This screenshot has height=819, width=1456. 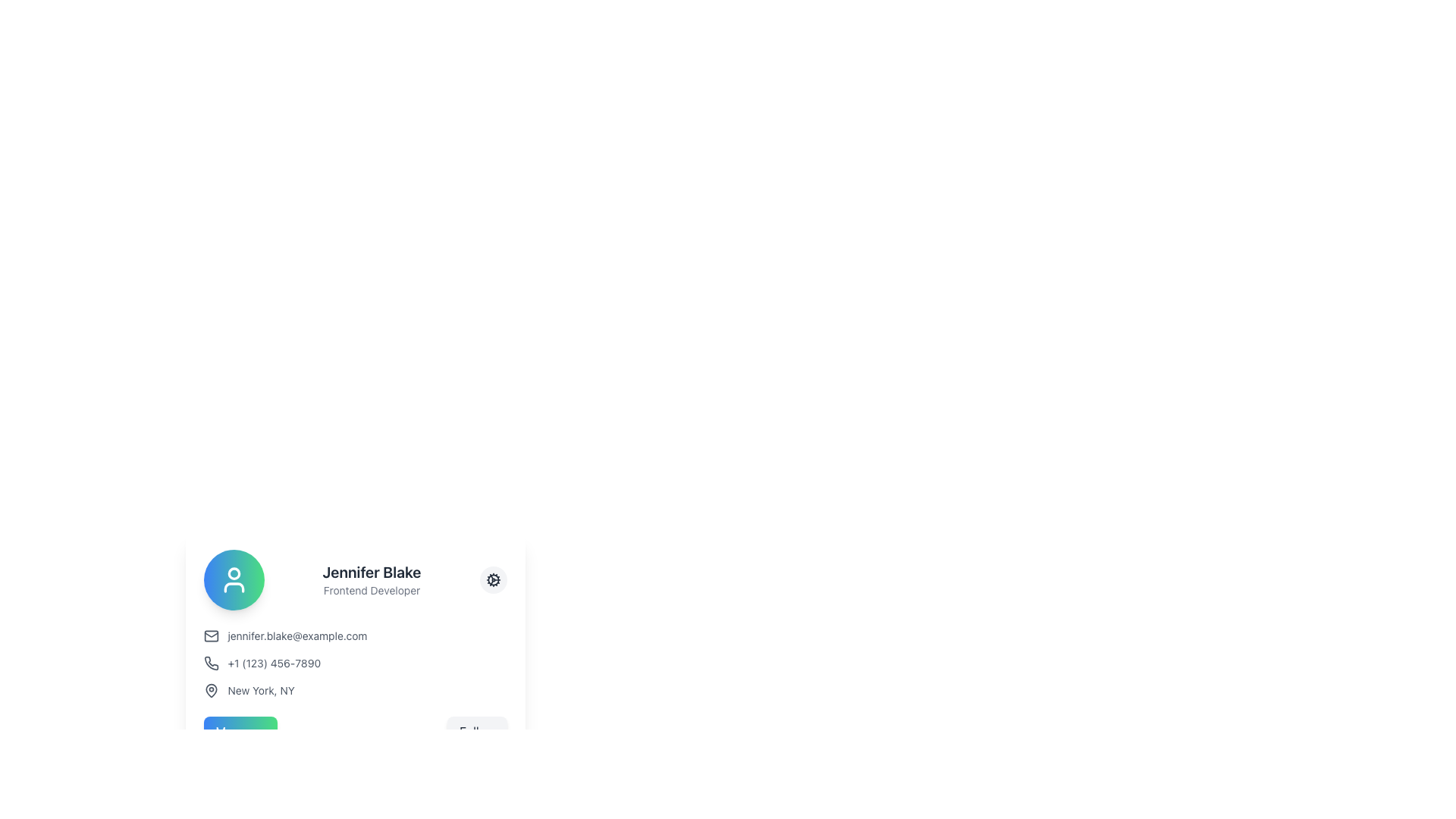 I want to click on the text display element that shows the phone number, which is located to the right of a small phone icon in the contact card layout, so click(x=274, y=663).